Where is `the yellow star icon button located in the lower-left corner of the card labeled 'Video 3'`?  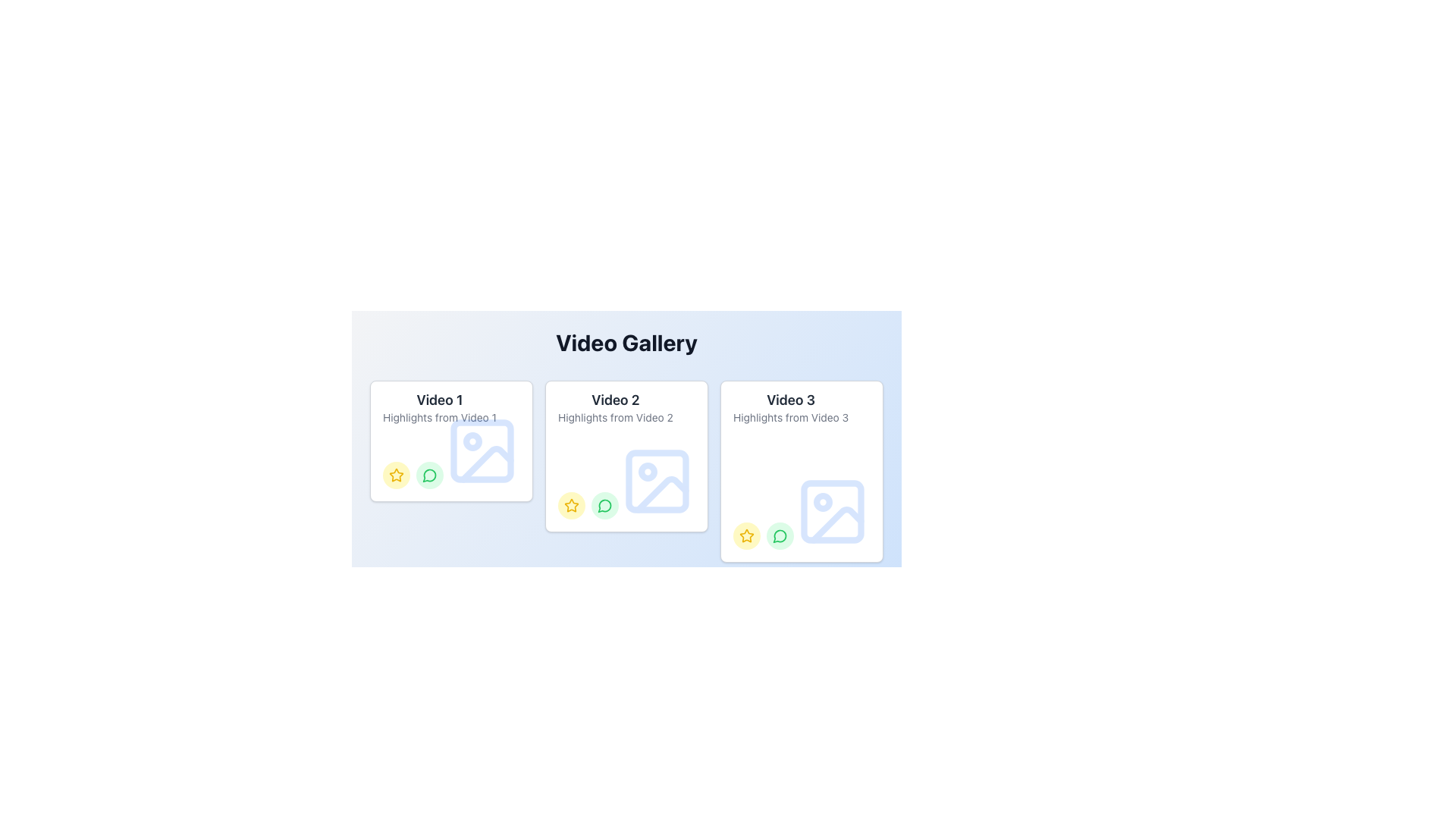
the yellow star icon button located in the lower-left corner of the card labeled 'Video 3' is located at coordinates (570, 506).